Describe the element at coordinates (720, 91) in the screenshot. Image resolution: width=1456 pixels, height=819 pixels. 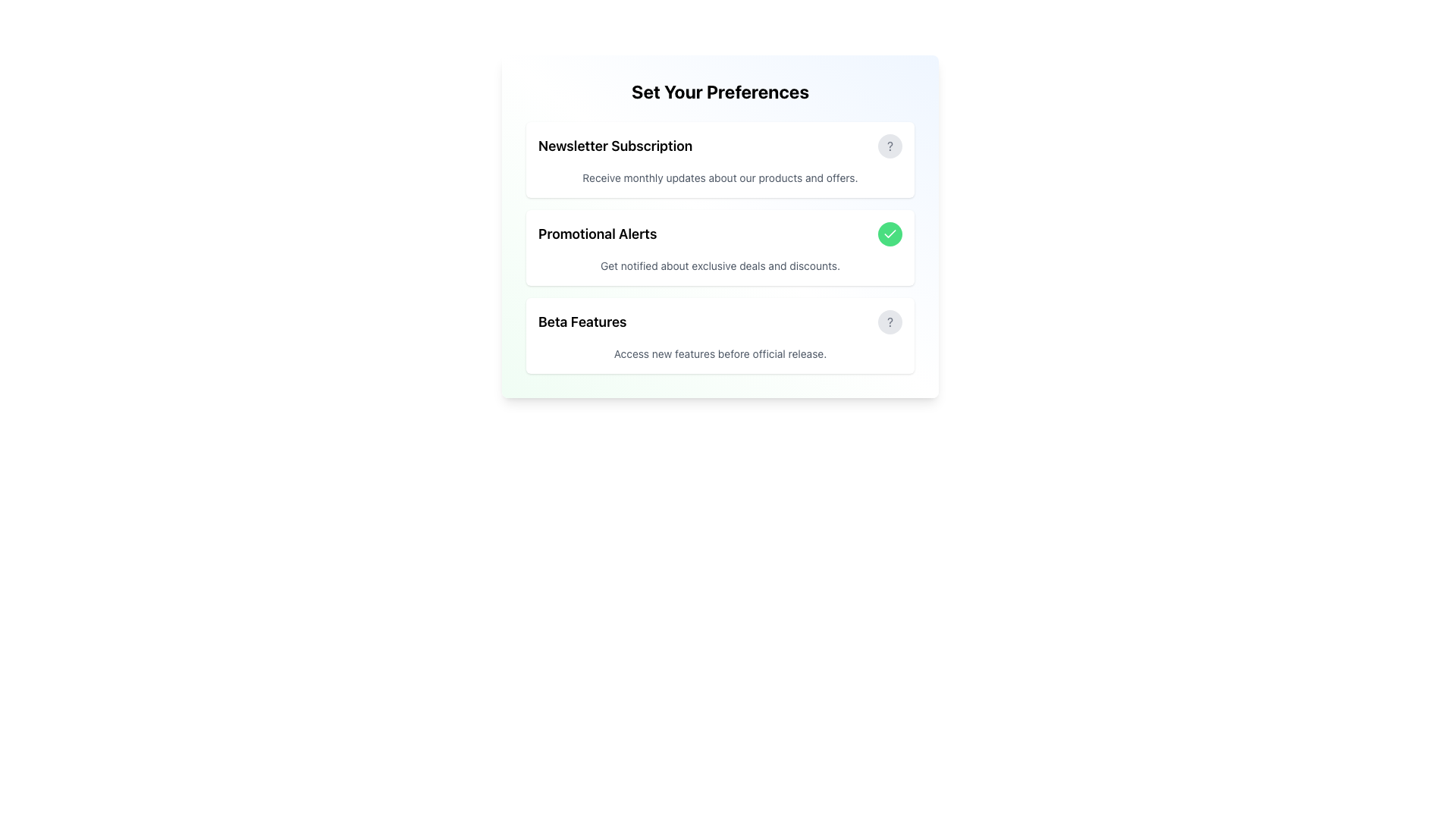
I see `the Heading Text that serves as the title for the panel containing user preference options like Newsletter Subscription, Promotional Alerts, and Beta Features` at that location.